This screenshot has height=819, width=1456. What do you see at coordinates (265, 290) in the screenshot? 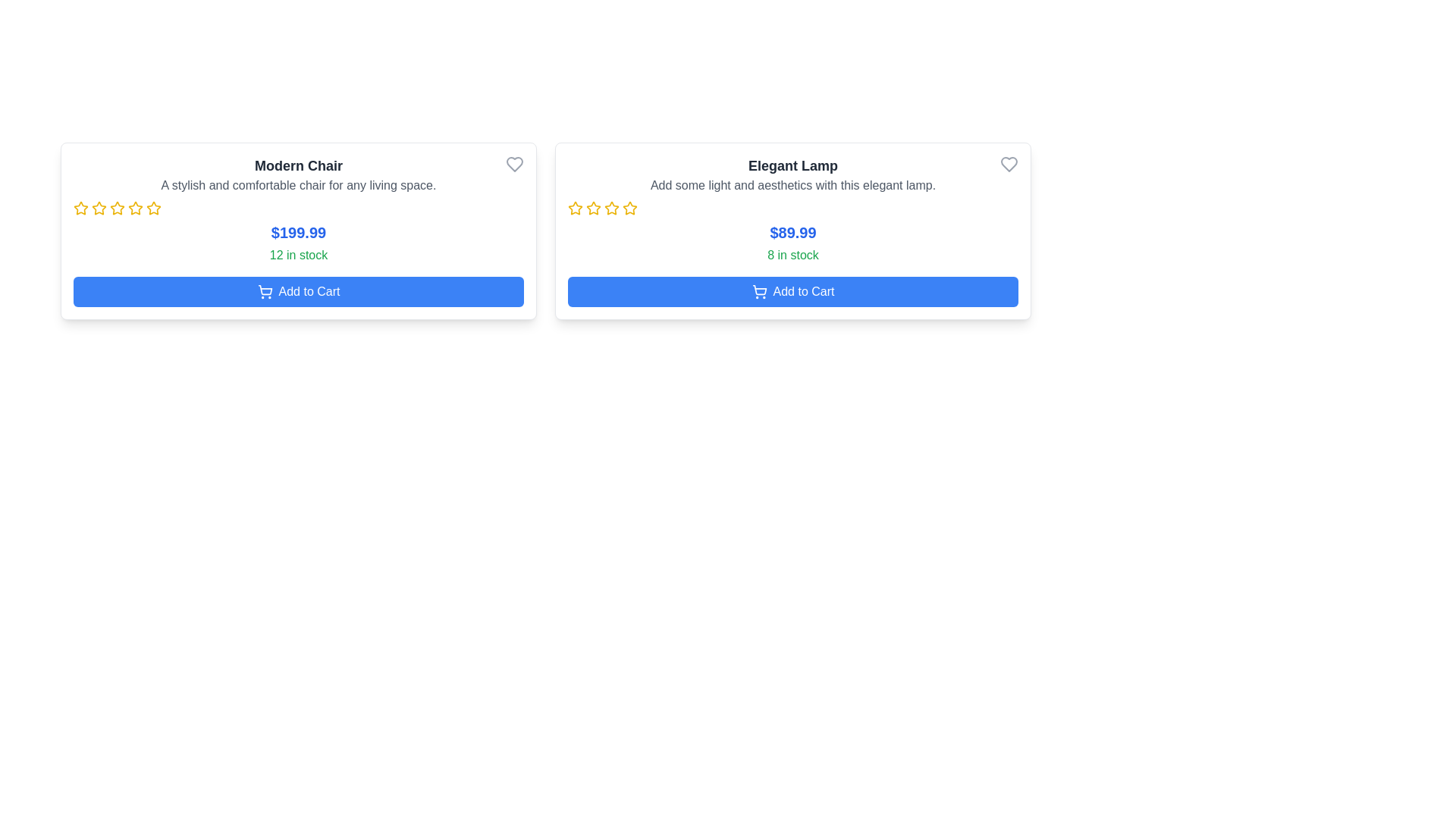
I see `the shopping cart icon located below the product details box, specifically under the blue 'Add to Cart' button in the bottom left corner` at bounding box center [265, 290].